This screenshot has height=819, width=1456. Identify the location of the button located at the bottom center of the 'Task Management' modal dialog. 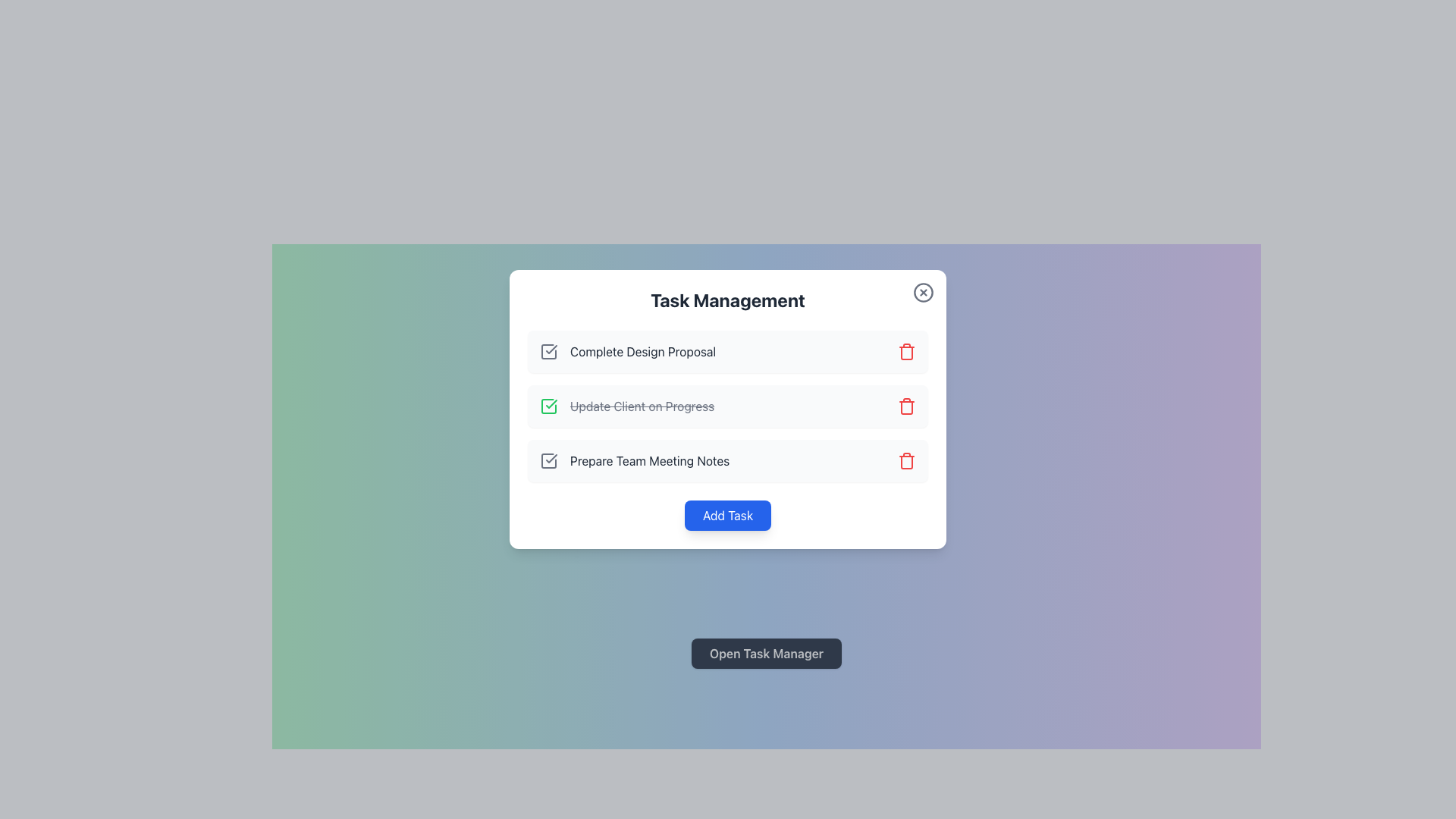
(728, 514).